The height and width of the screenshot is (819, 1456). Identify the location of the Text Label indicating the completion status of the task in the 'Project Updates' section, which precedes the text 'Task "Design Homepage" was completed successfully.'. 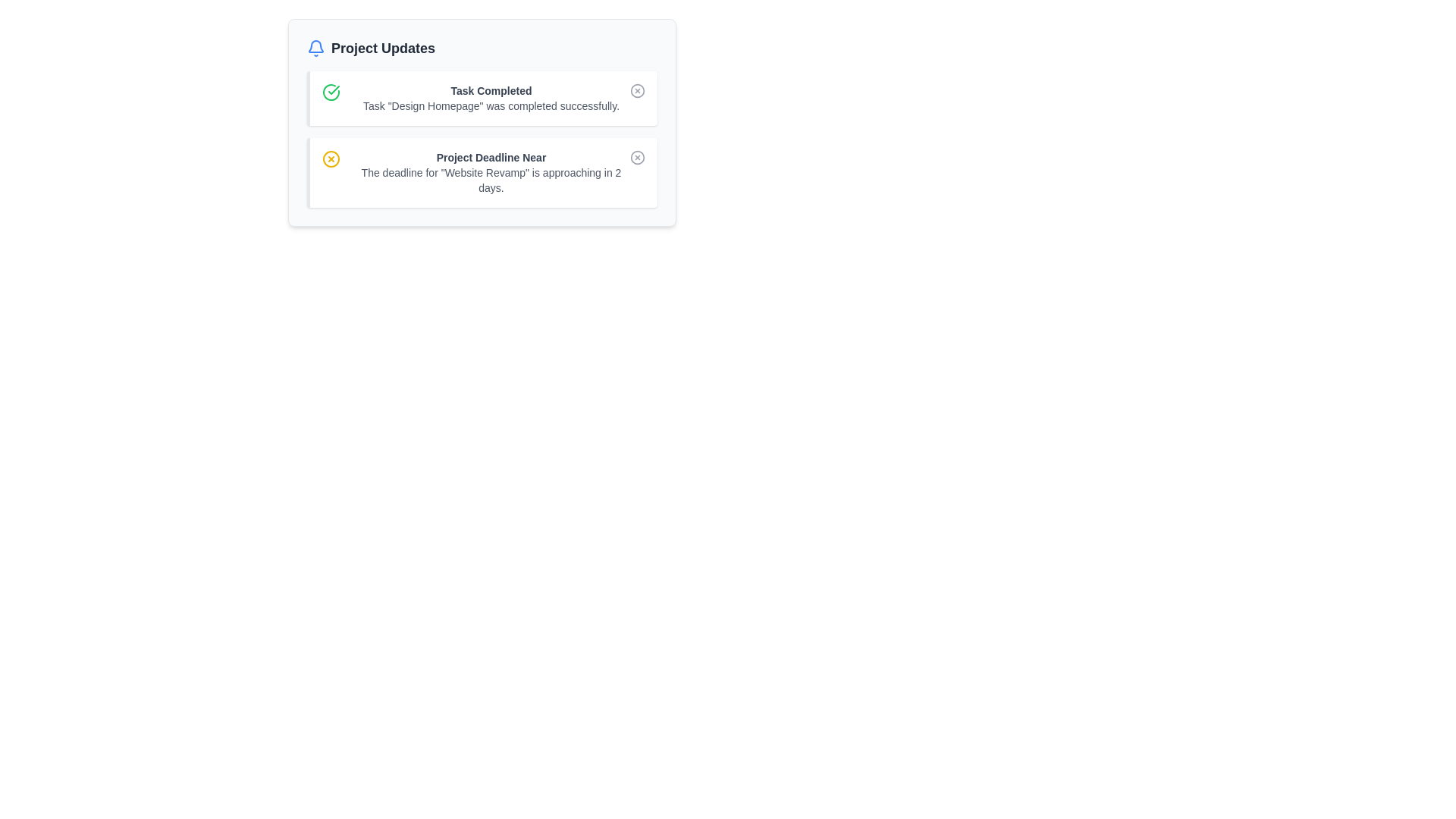
(491, 90).